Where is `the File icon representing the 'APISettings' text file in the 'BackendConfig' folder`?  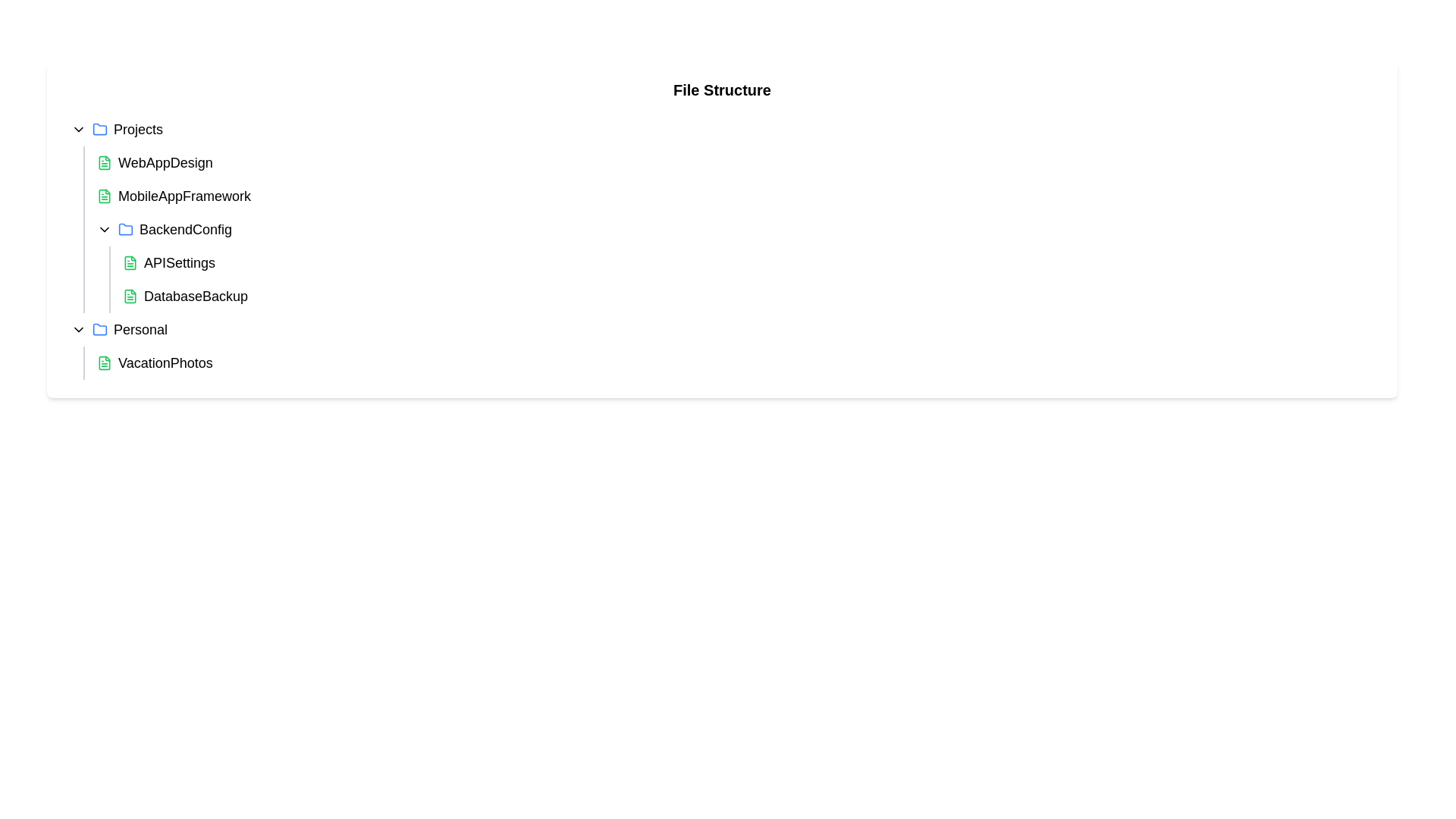 the File icon representing the 'APISettings' text file in the 'BackendConfig' folder is located at coordinates (130, 262).